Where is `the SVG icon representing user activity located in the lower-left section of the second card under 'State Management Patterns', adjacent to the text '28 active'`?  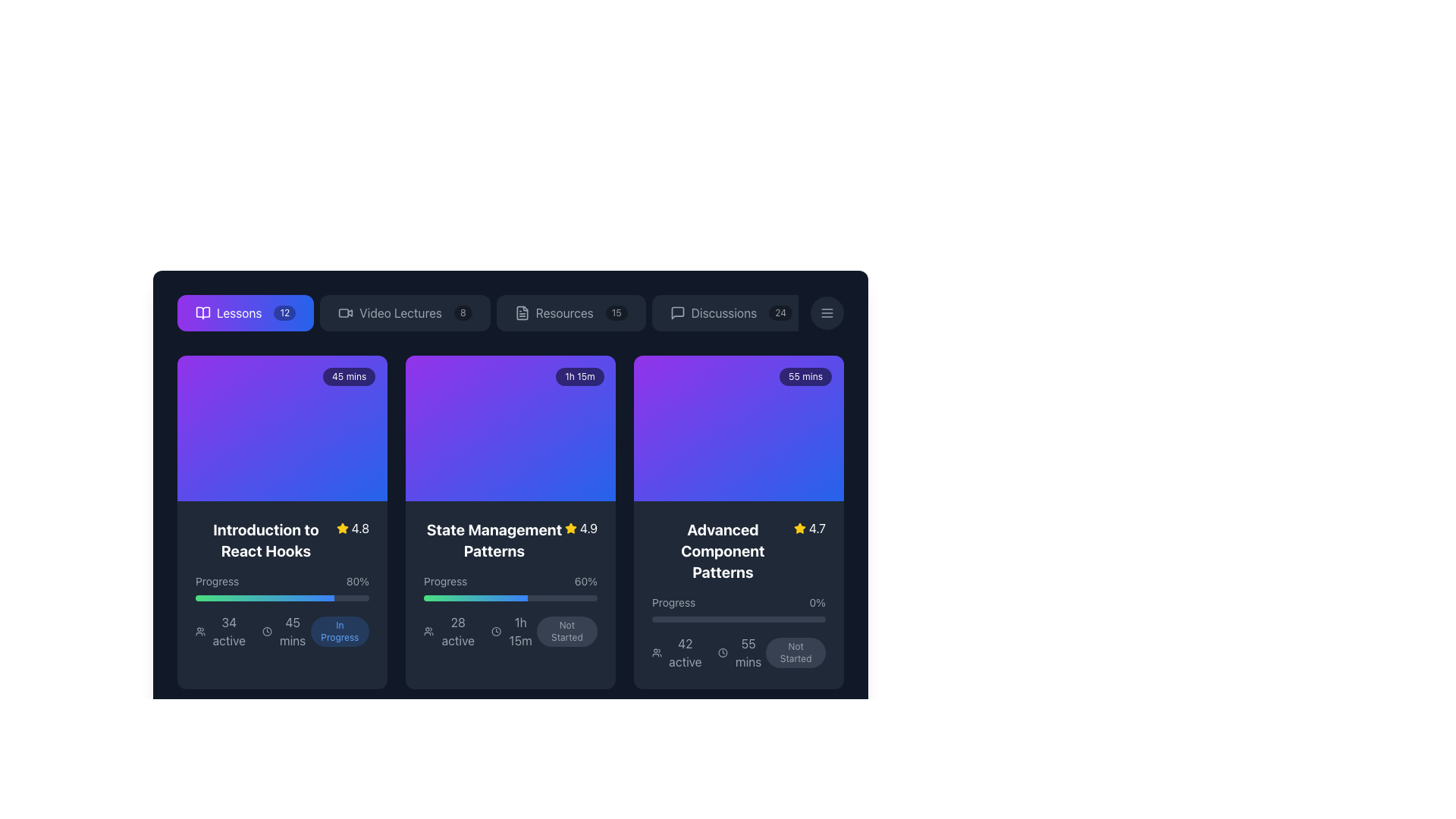
the SVG icon representing user activity located in the lower-left section of the second card under 'State Management Patterns', adjacent to the text '28 active' is located at coordinates (428, 632).